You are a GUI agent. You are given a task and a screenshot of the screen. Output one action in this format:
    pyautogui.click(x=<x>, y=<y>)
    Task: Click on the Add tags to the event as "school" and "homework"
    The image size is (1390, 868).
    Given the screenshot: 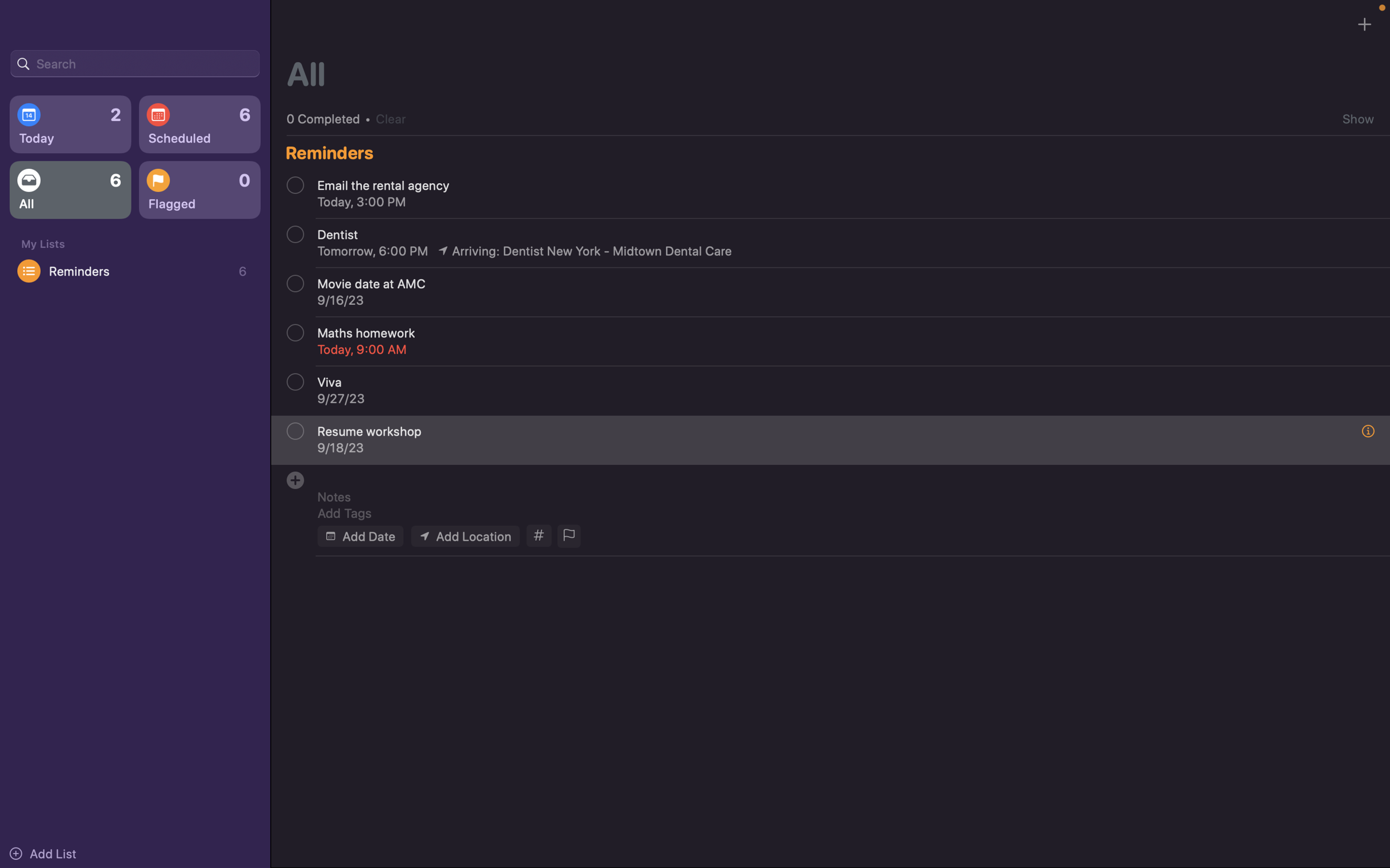 What is the action you would take?
    pyautogui.click(x=536, y=535)
    